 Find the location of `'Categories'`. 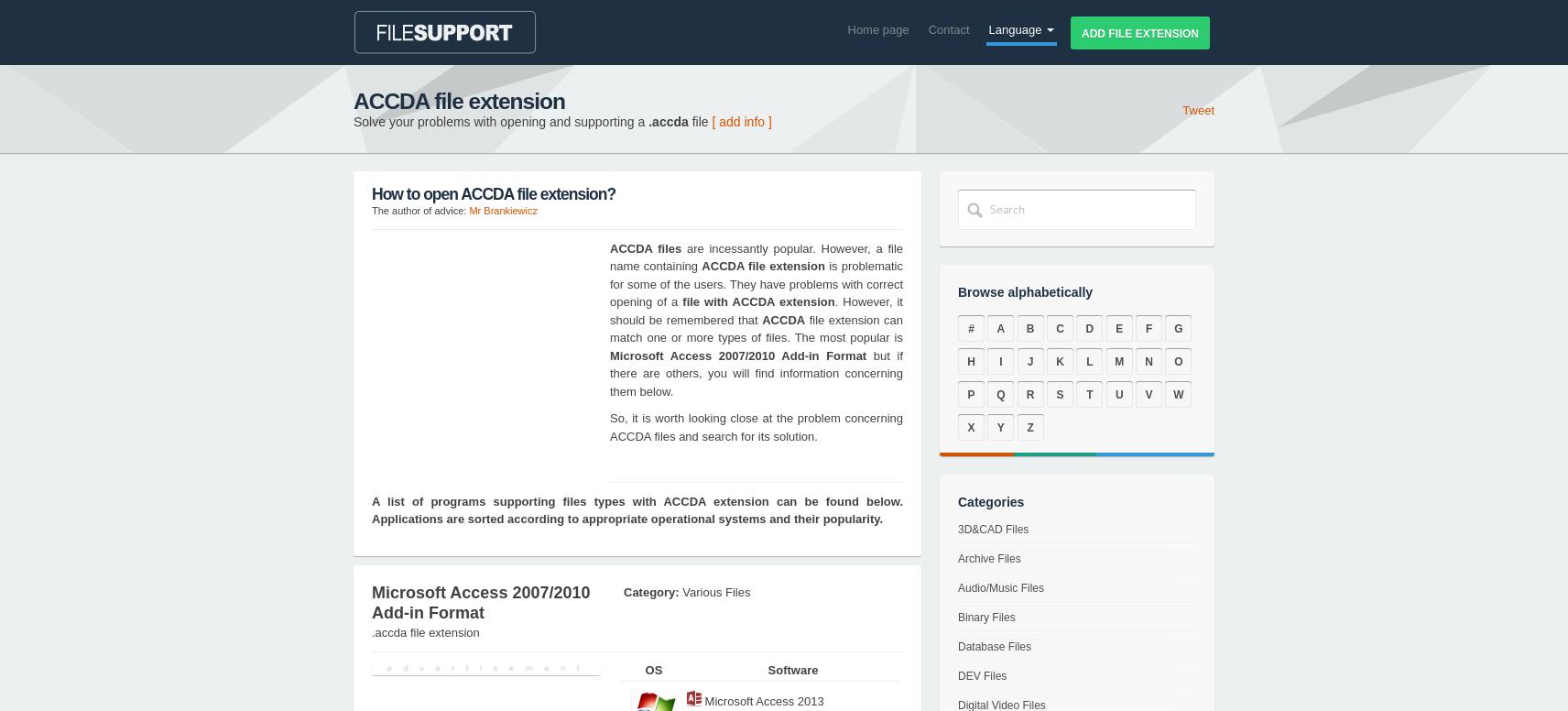

'Categories' is located at coordinates (957, 501).